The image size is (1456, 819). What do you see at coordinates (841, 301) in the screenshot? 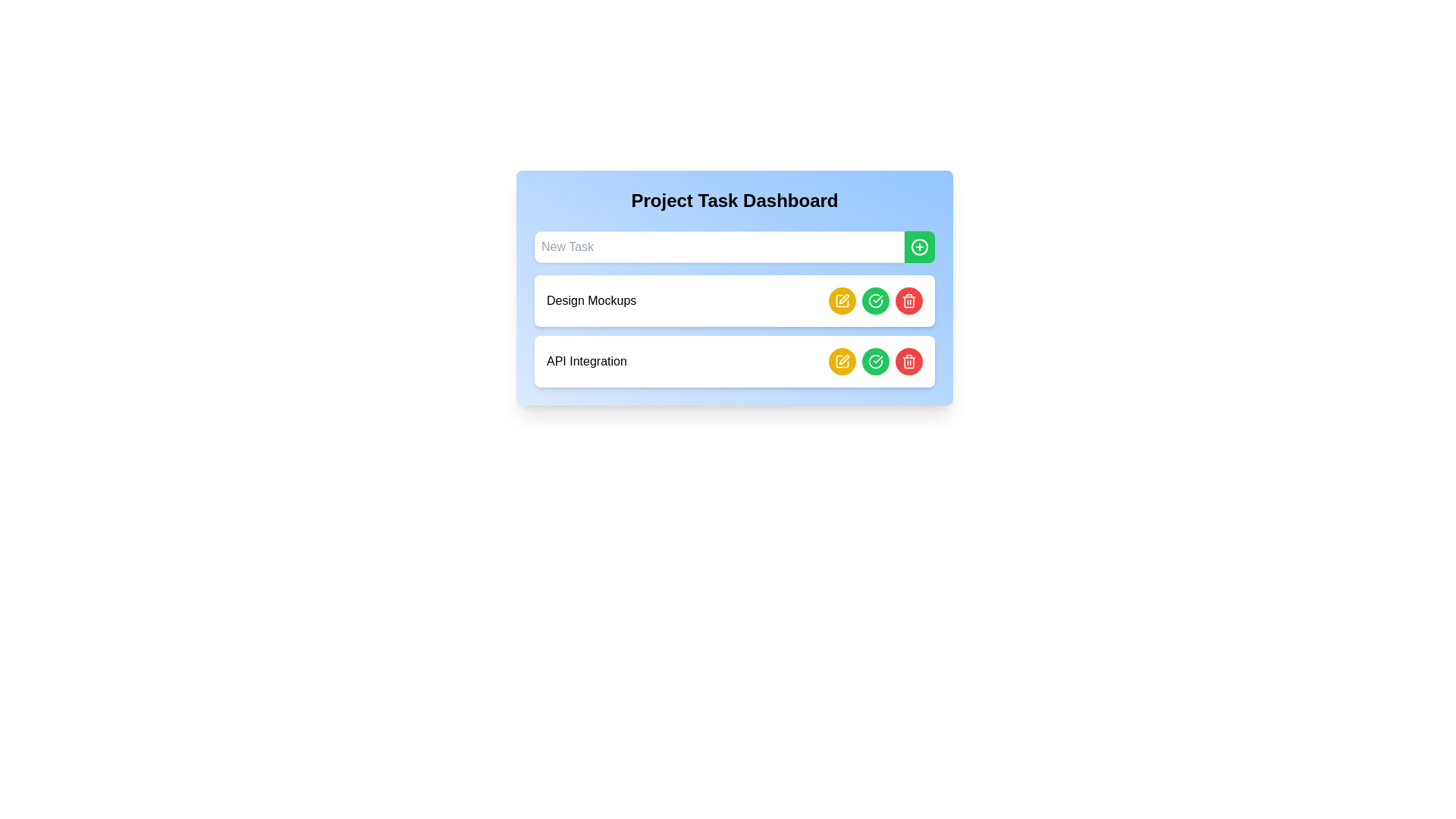
I see `the small square pen-shaped icon with a yellow background and a white outline located in the second row of the task list associated with the task 'Design Mockups'` at bounding box center [841, 301].